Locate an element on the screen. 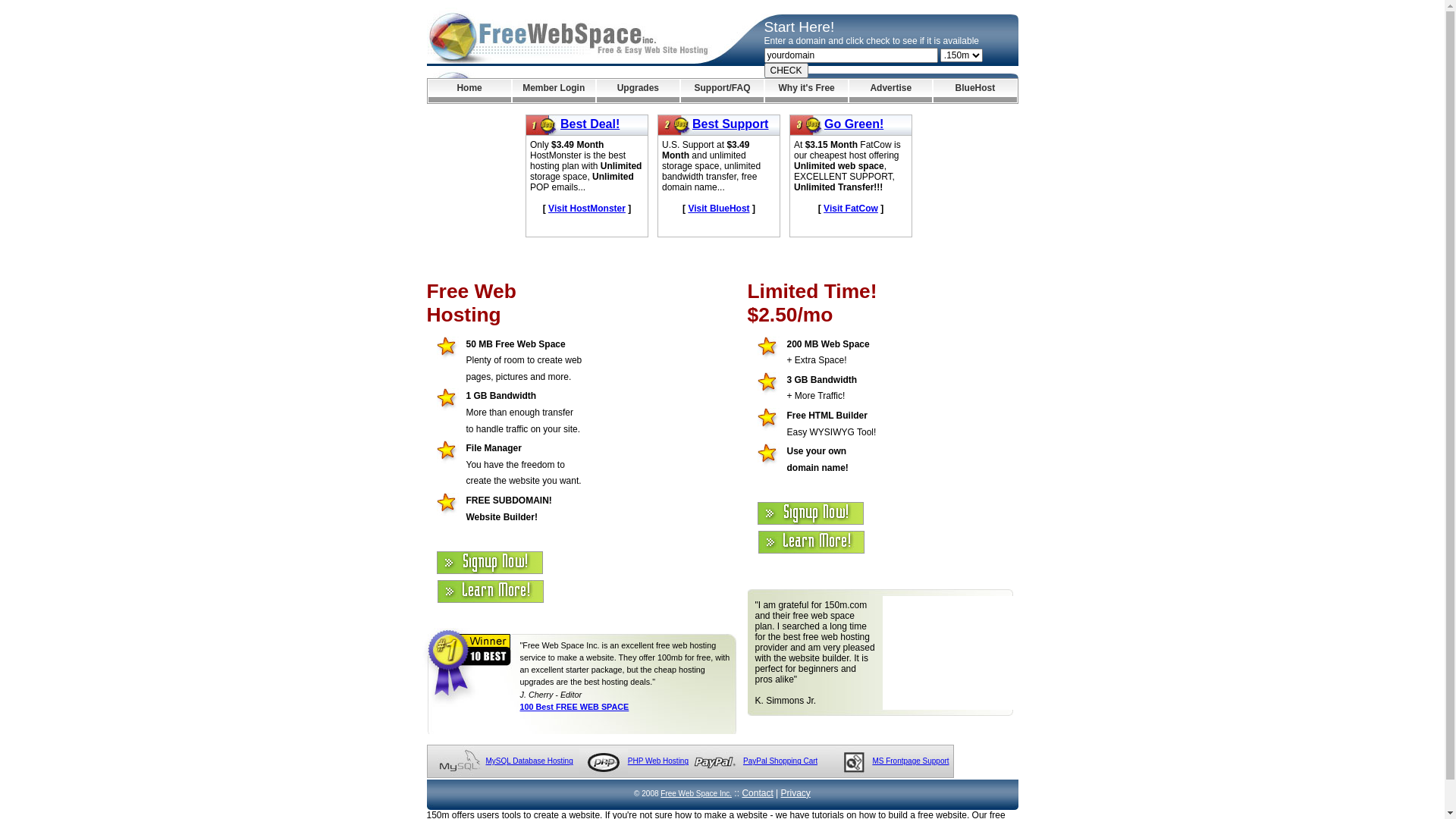  'PayPal Shopping Cart' is located at coordinates (742, 761).